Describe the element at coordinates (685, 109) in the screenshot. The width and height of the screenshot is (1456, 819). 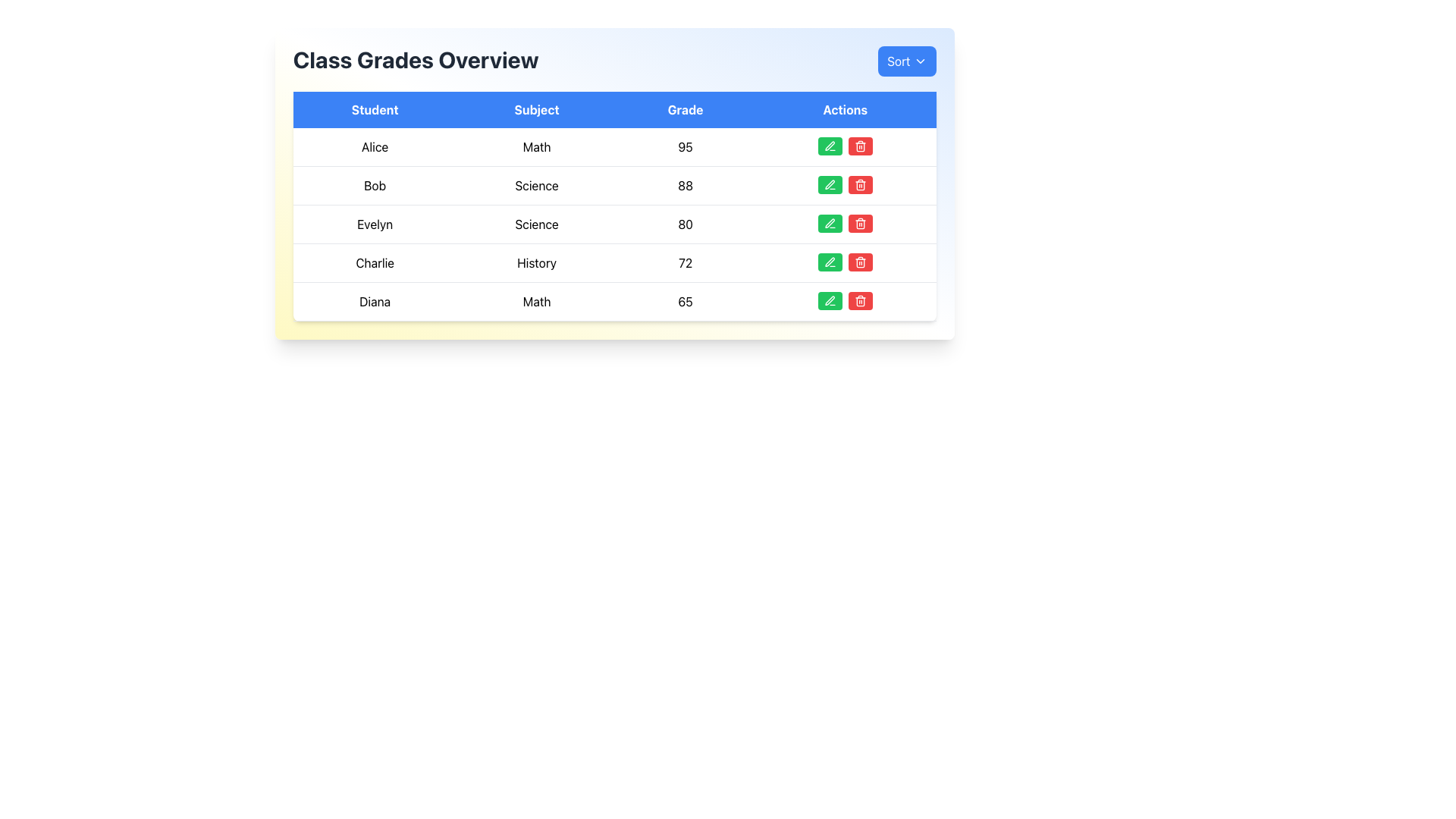
I see `the 'Grade' text label, which is styled in bold white text on a blue background and is the third header in a row of four within a table-like interface` at that location.